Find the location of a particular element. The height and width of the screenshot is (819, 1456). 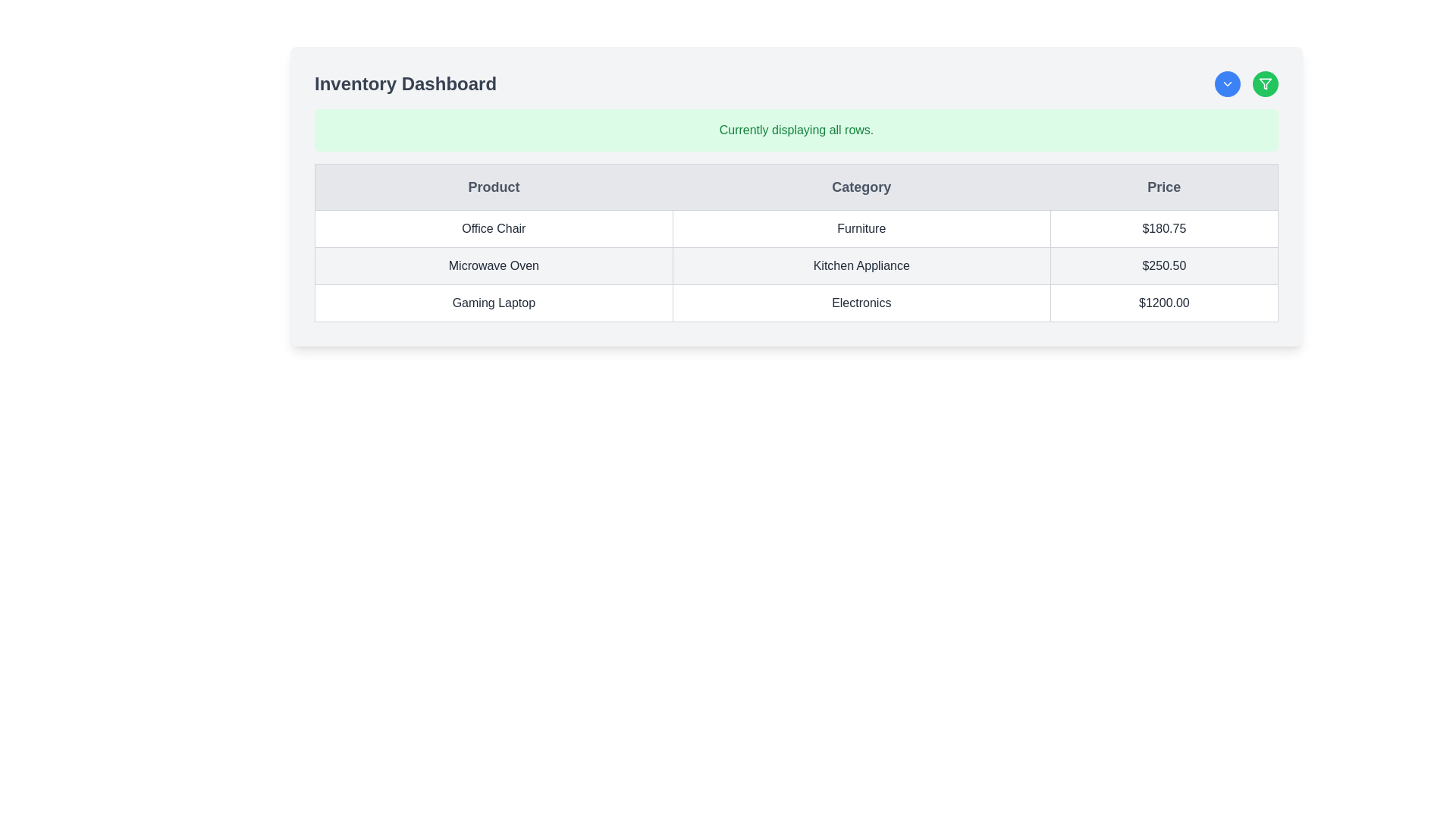

the filter Icon button located at the top-right corner of the interface is located at coordinates (1266, 84).